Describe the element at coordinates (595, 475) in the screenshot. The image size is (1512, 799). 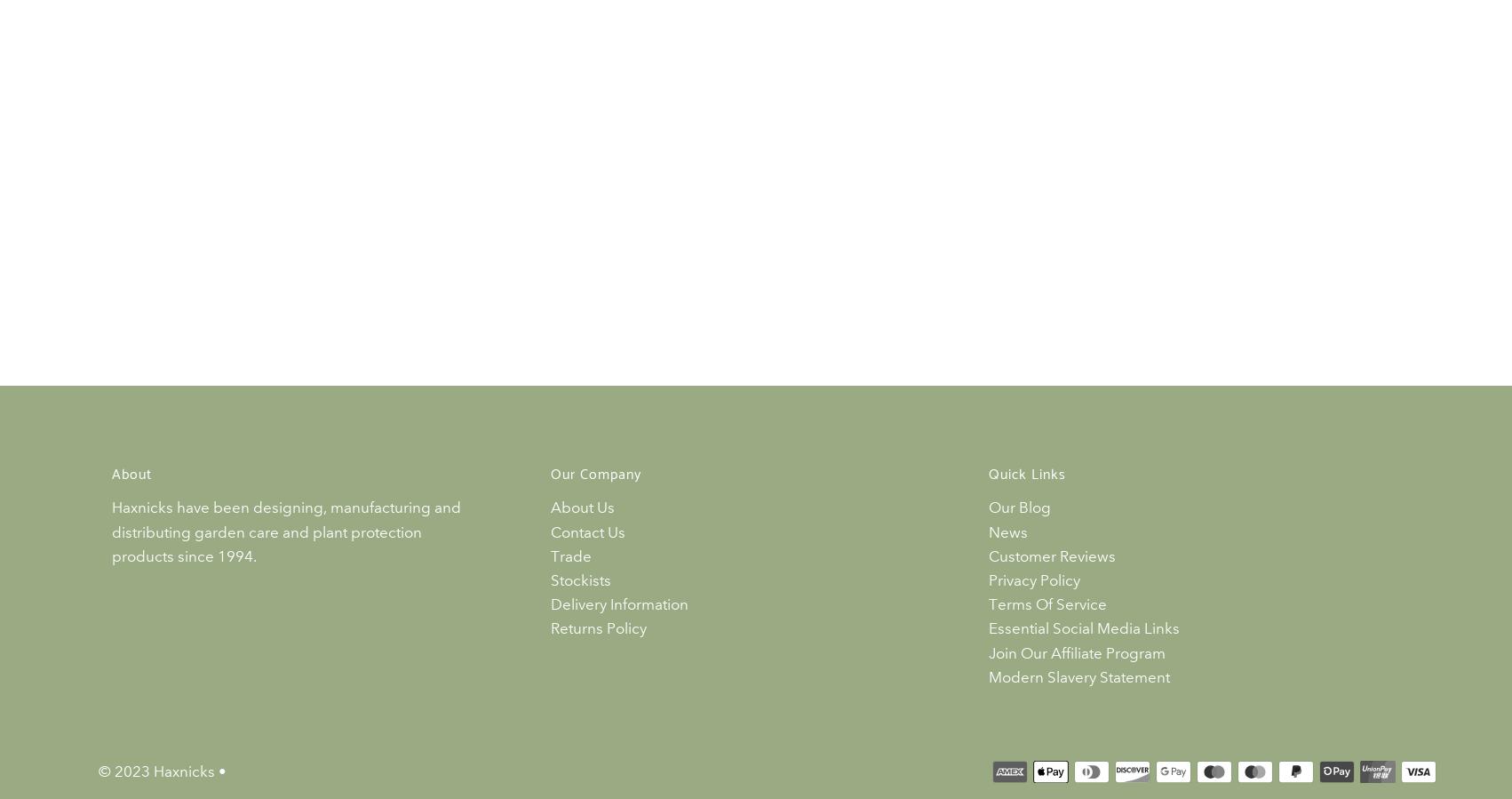
I see `'Our Company'` at that location.